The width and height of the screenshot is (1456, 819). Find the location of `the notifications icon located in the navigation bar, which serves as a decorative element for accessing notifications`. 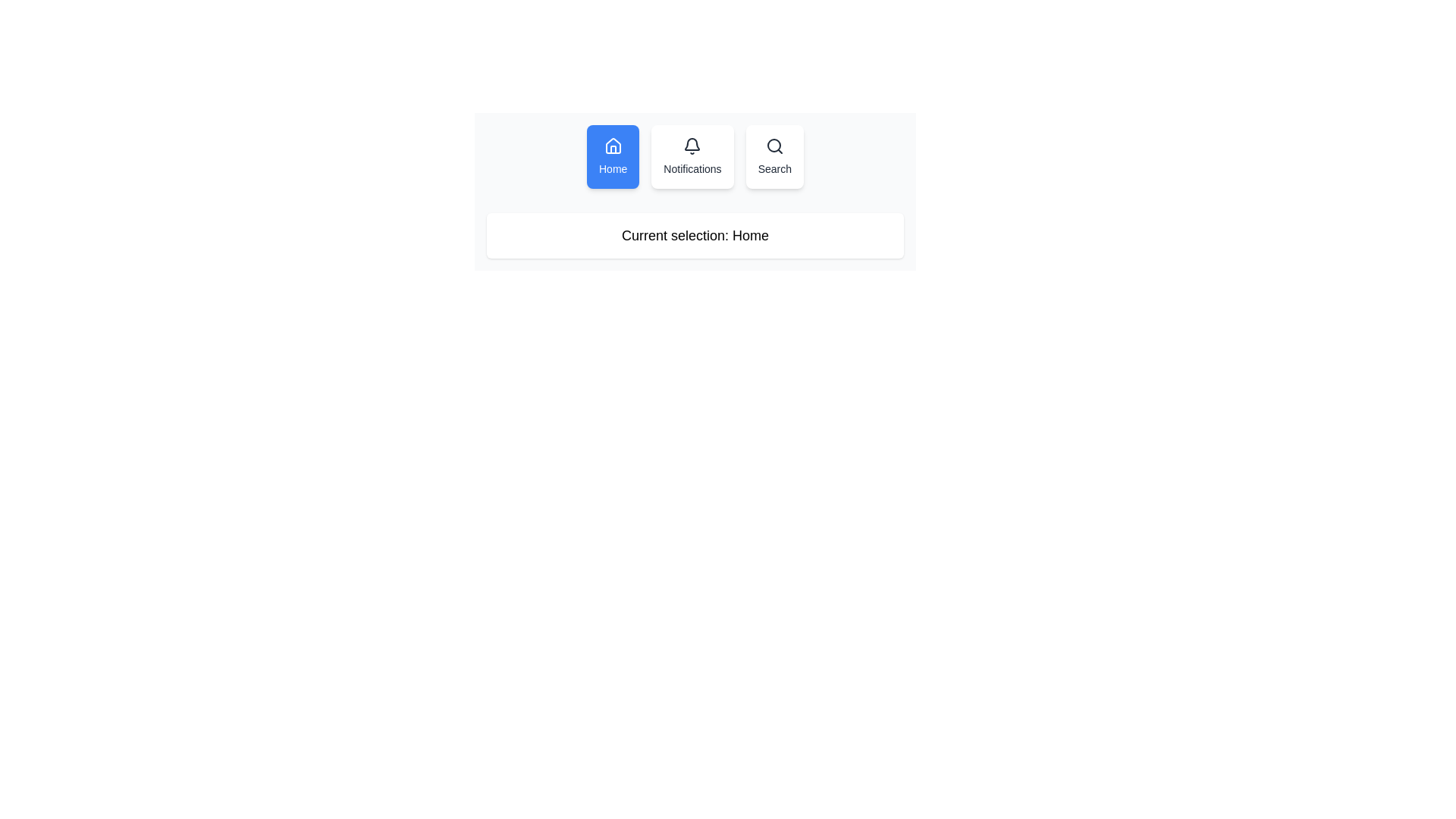

the notifications icon located in the navigation bar, which serves as a decorative element for accessing notifications is located at coordinates (692, 146).